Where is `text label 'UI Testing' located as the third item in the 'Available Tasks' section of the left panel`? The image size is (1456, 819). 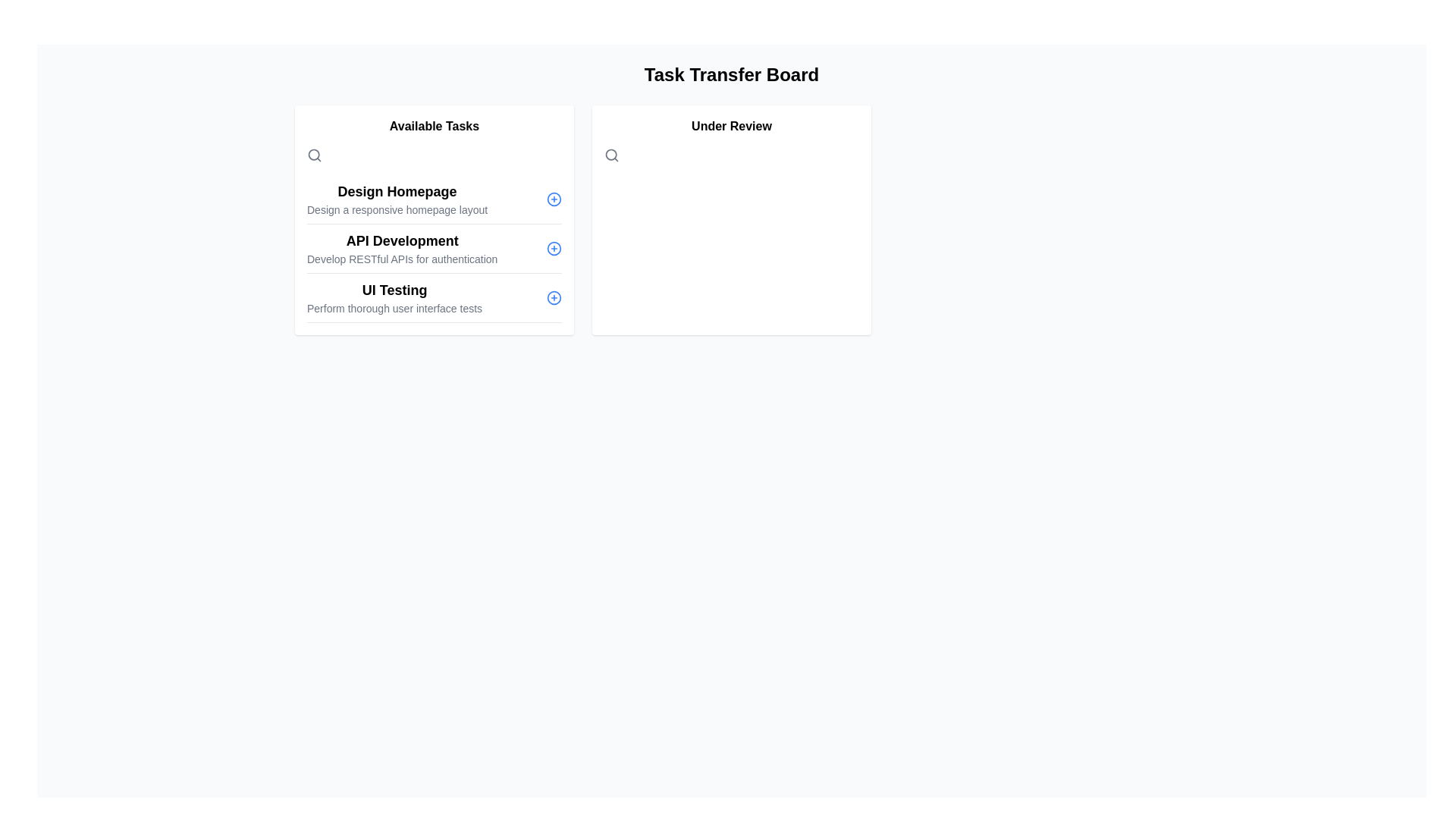
text label 'UI Testing' located as the third item in the 'Available Tasks' section of the left panel is located at coordinates (394, 290).